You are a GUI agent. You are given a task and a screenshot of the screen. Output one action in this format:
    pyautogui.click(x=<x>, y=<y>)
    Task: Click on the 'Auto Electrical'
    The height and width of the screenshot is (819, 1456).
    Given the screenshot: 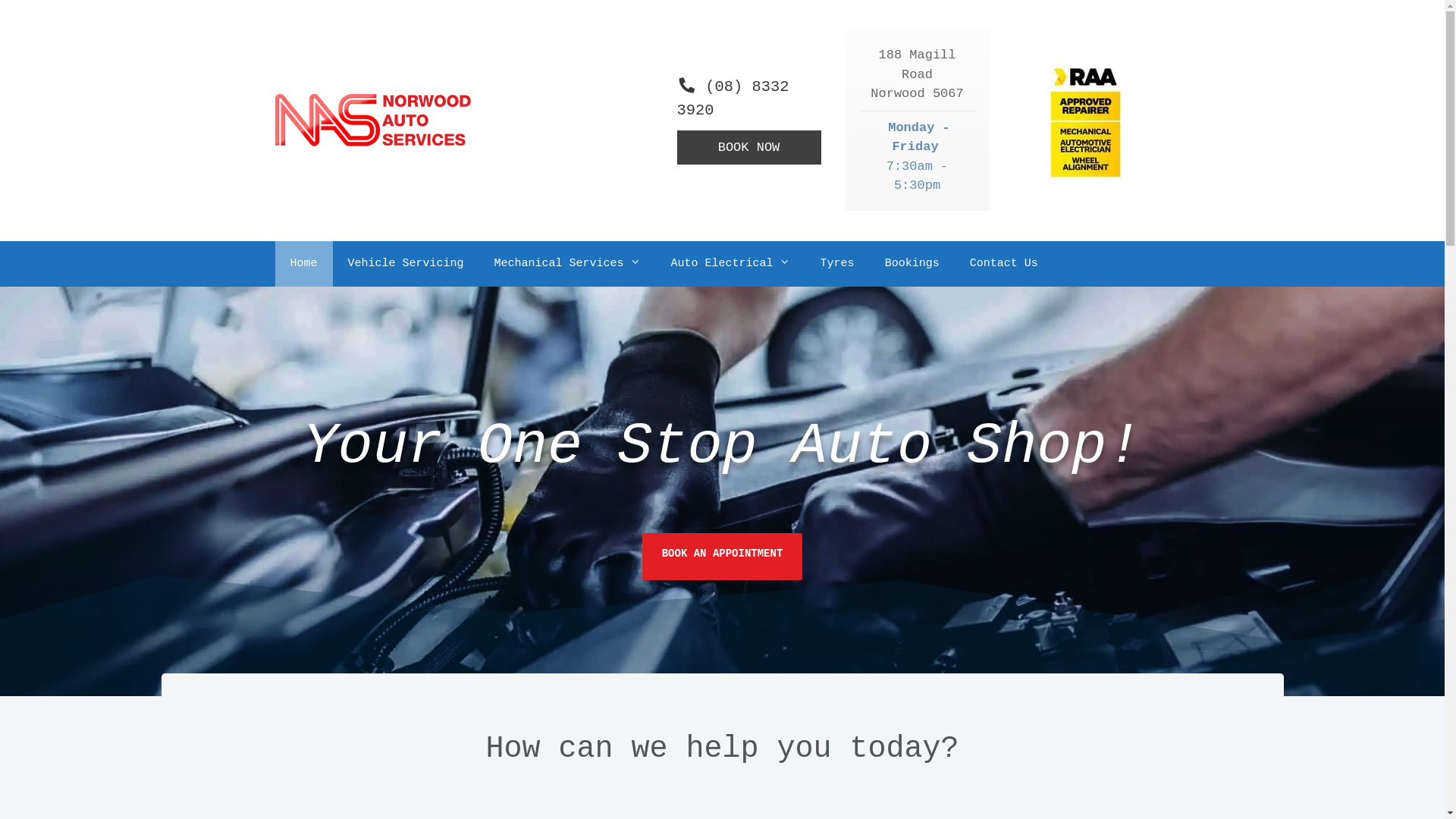 What is the action you would take?
    pyautogui.click(x=655, y=262)
    